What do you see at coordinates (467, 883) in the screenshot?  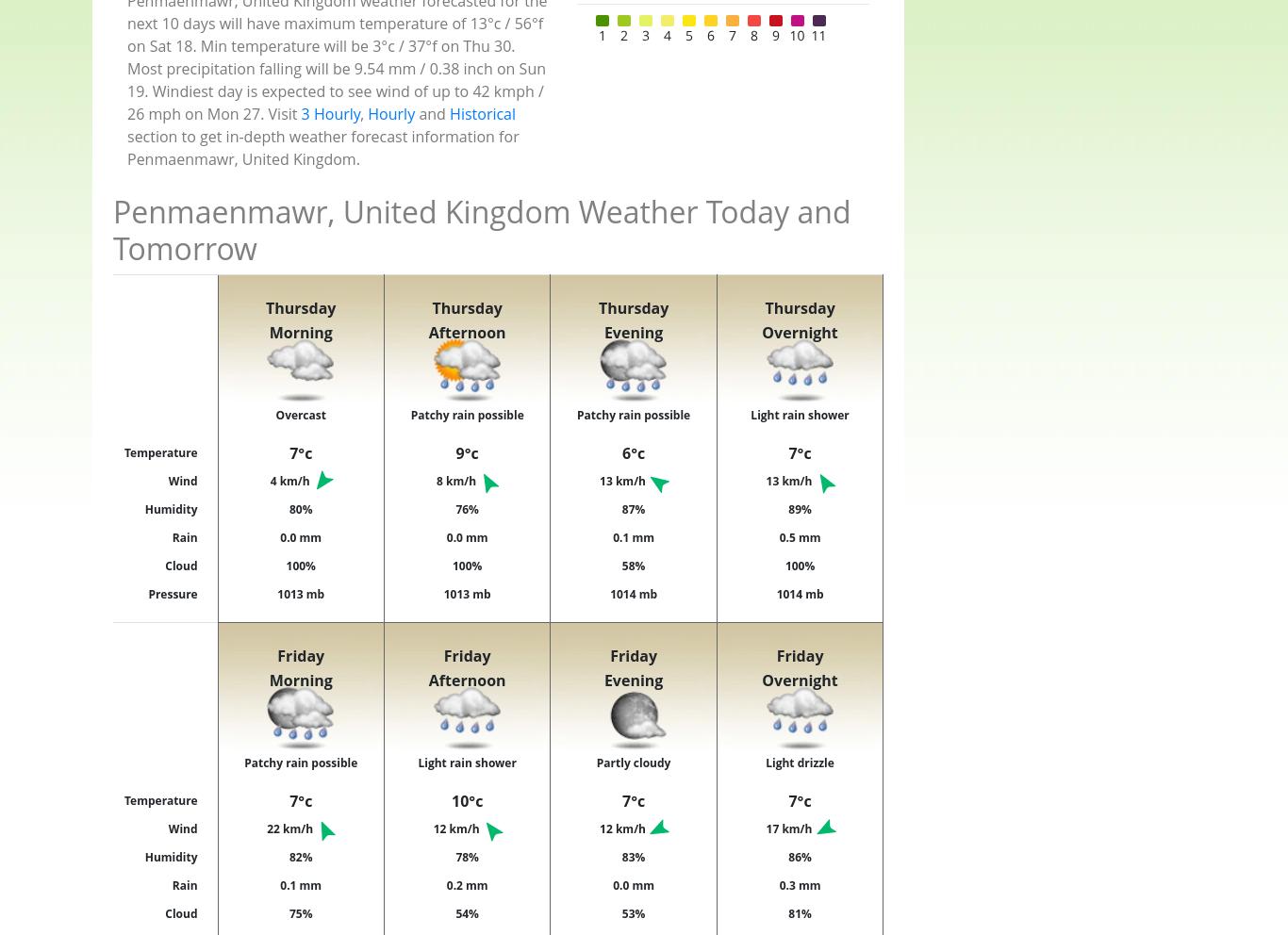 I see `'0.2 mm'` at bounding box center [467, 883].